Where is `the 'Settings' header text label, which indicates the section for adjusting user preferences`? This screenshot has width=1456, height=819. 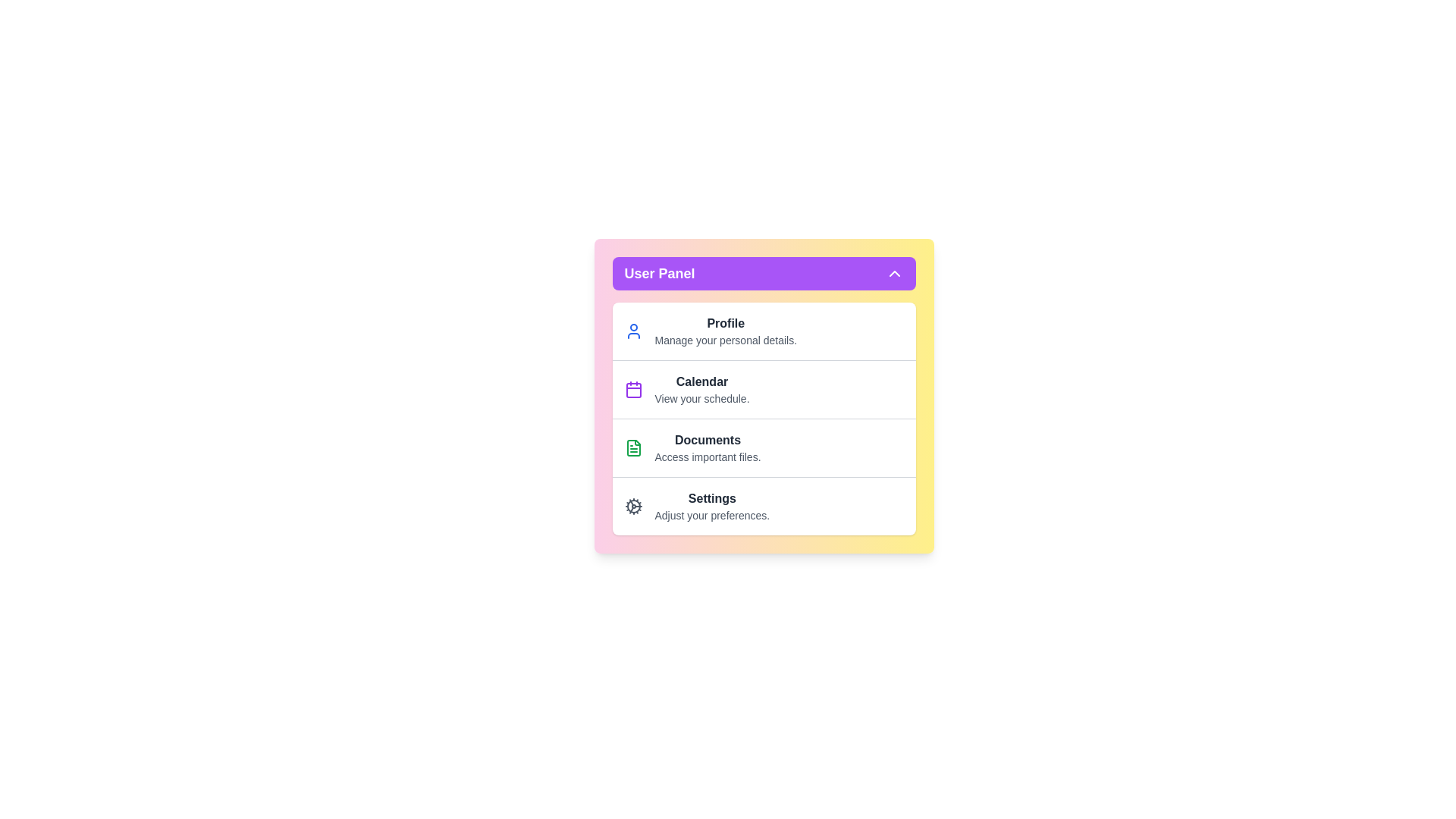
the 'Settings' header text label, which indicates the section for adjusting user preferences is located at coordinates (711, 499).